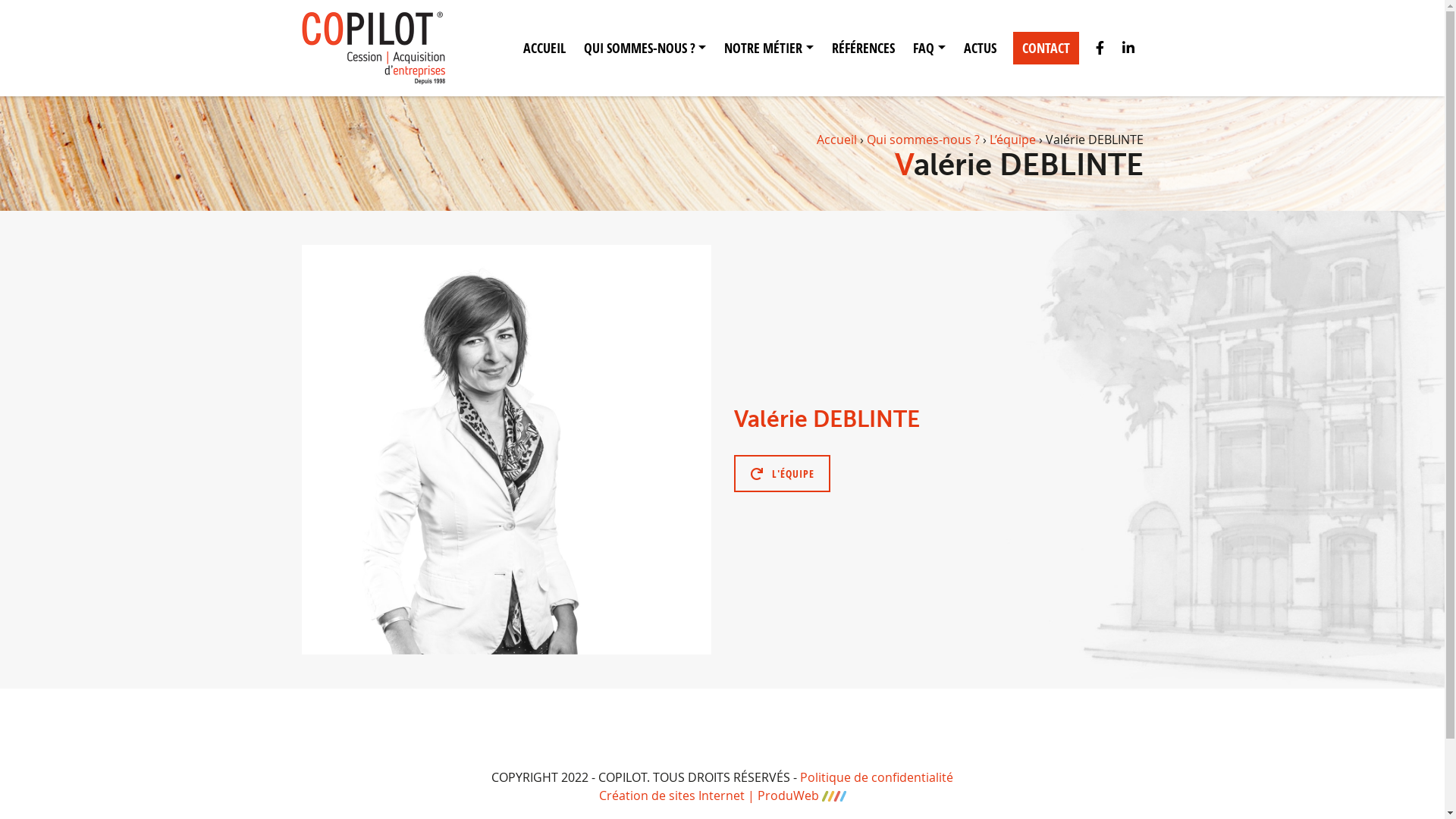  What do you see at coordinates (928, 47) in the screenshot?
I see `'FAQ'` at bounding box center [928, 47].